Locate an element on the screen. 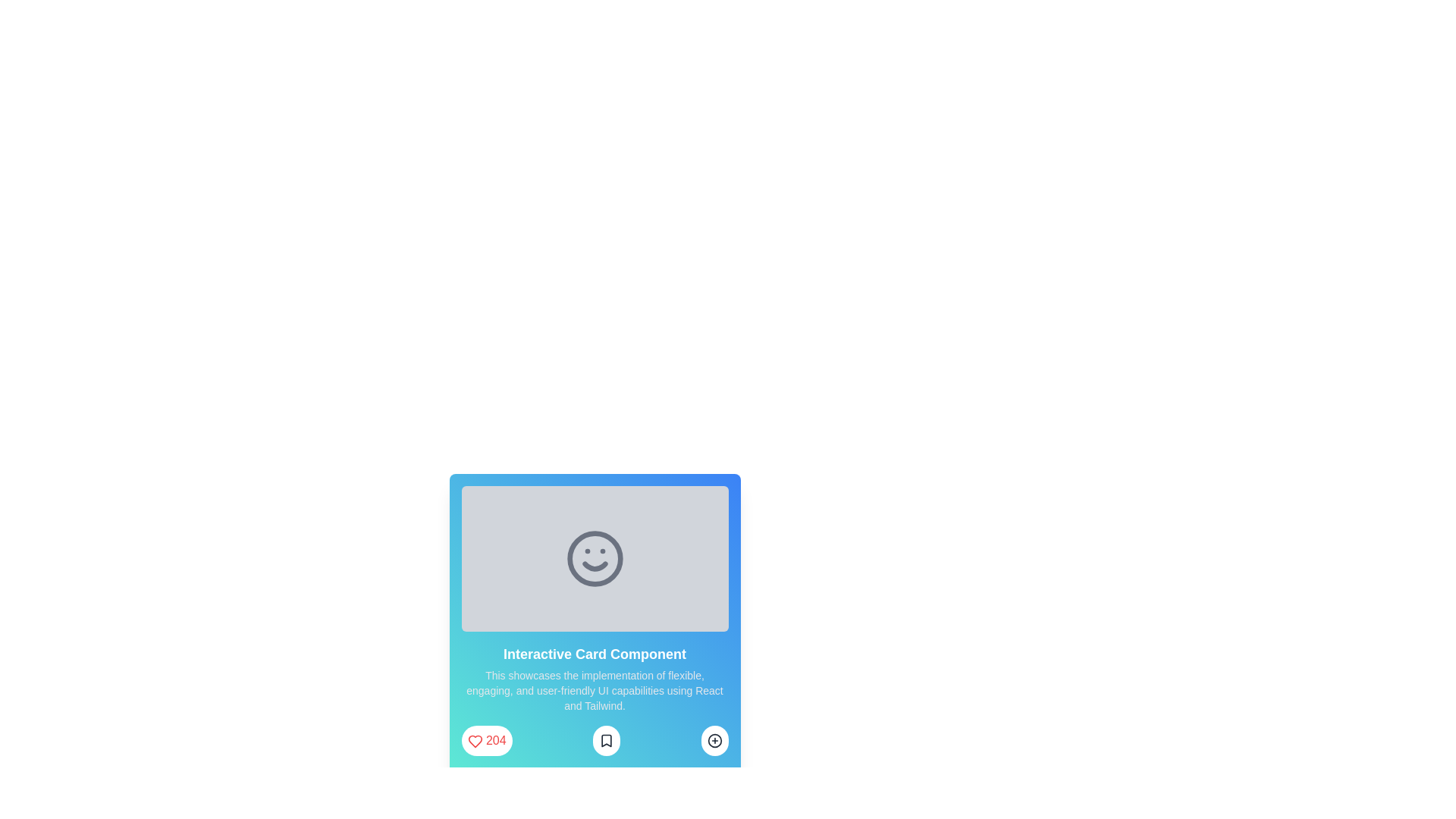 This screenshot has width=1456, height=819. the decorative SVG circle element in the central facial area of the smiley face icon is located at coordinates (594, 558).